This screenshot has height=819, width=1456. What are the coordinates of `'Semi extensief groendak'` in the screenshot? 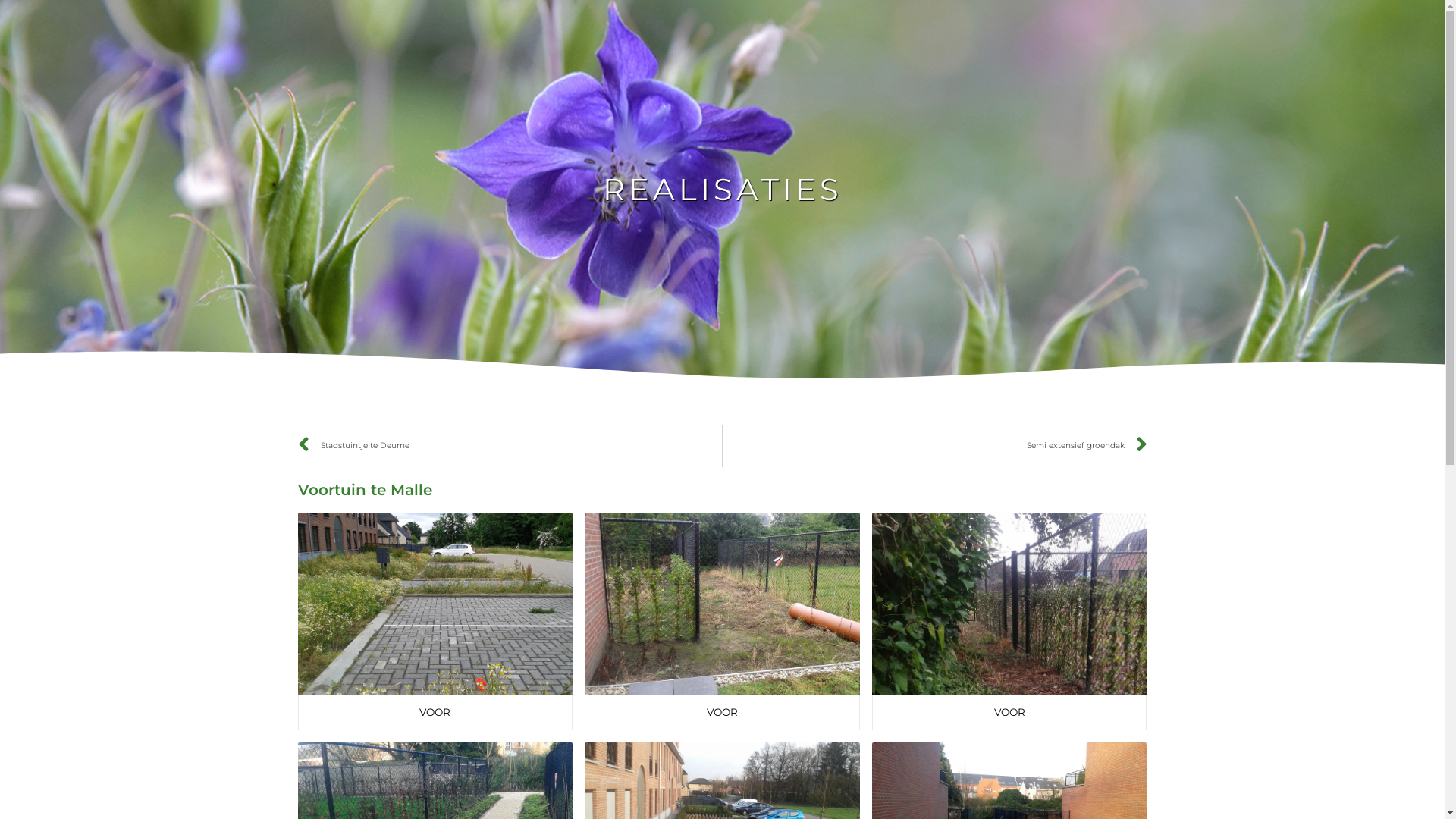 It's located at (934, 444).